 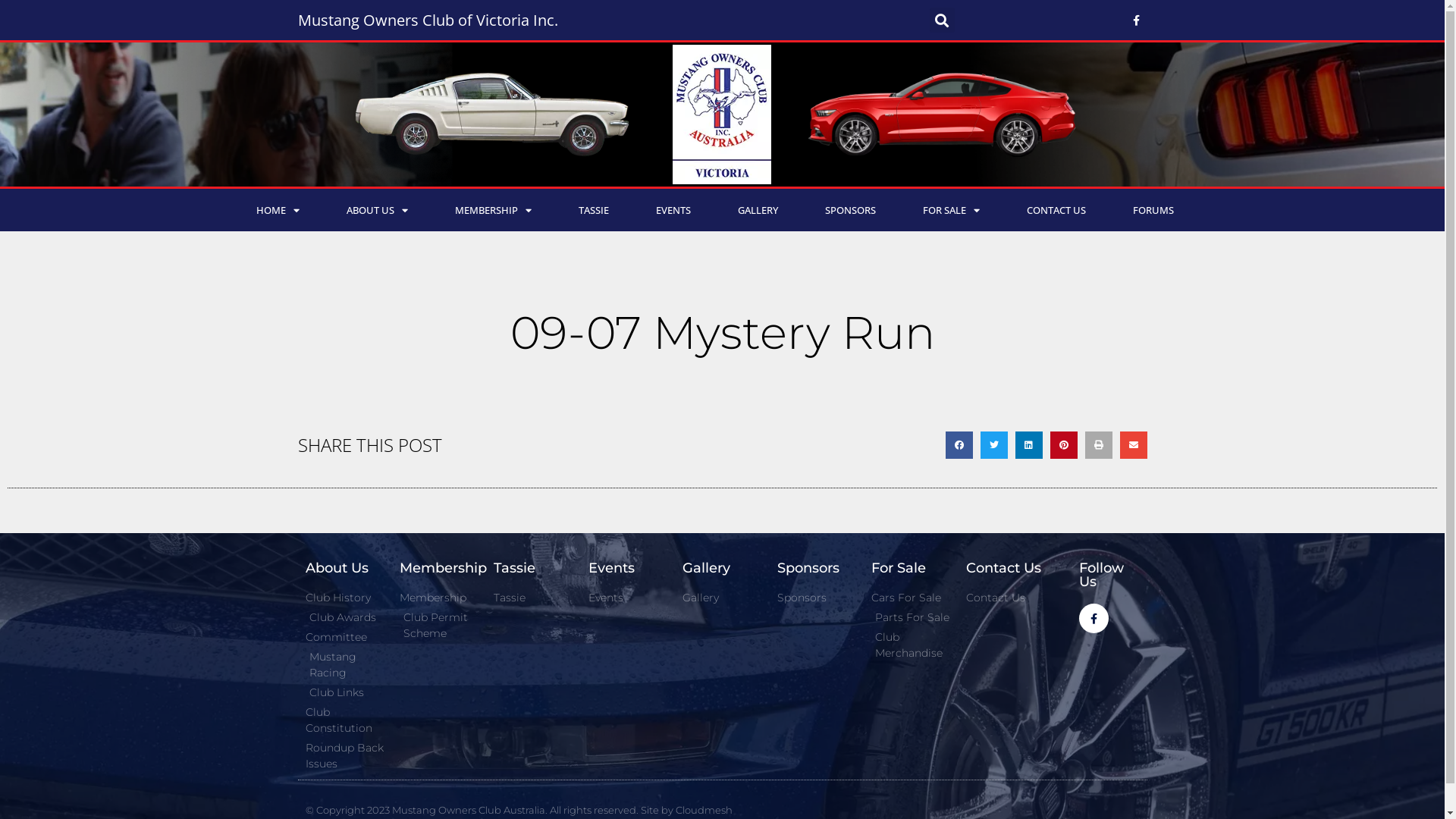 I want to click on 'Cars For Sale', so click(x=910, y=597).